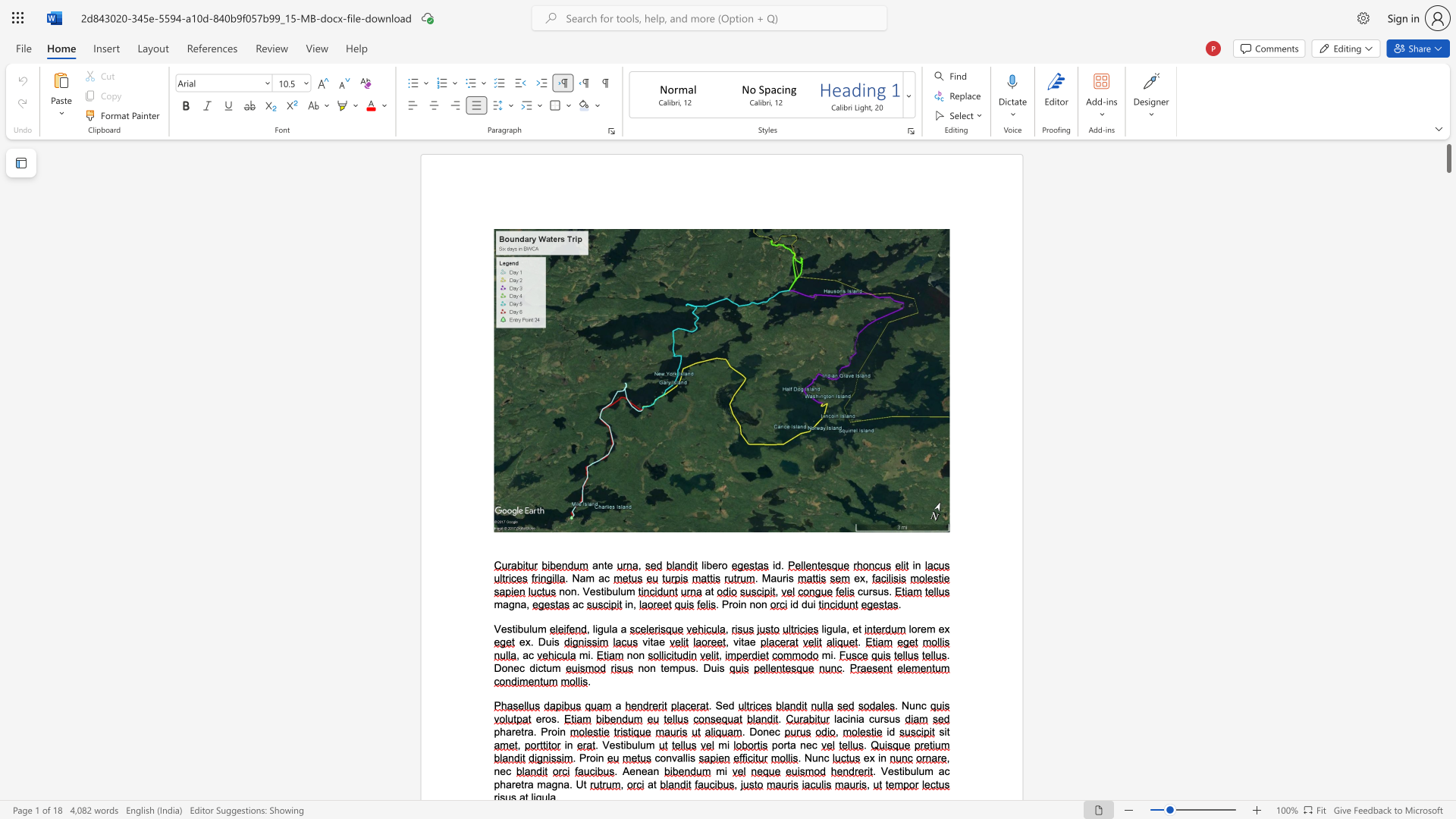 The image size is (1456, 819). What do you see at coordinates (886, 718) in the screenshot?
I see `the 1th character "s" in the text` at bounding box center [886, 718].